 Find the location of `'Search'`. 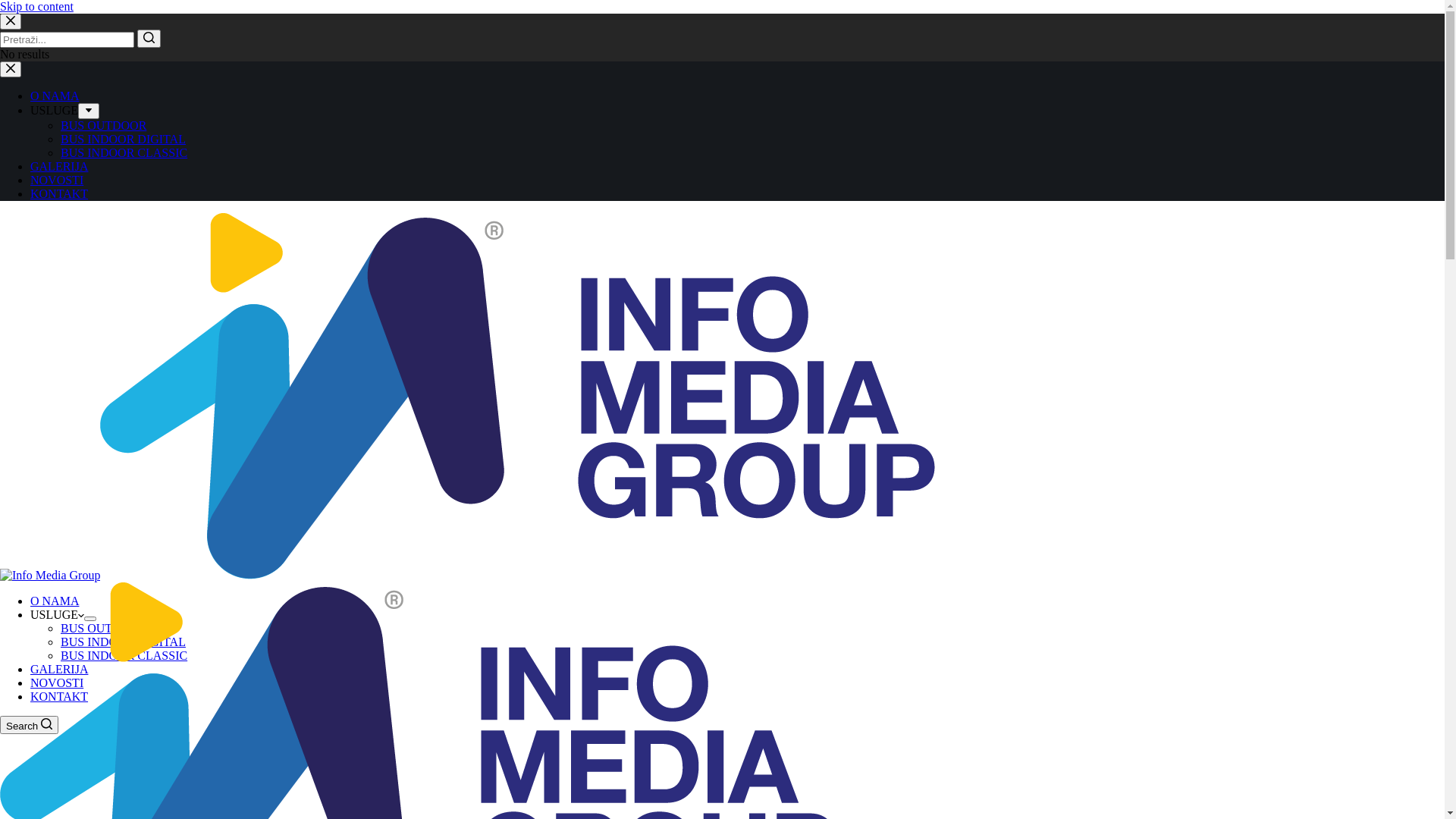

'Search' is located at coordinates (0, 724).